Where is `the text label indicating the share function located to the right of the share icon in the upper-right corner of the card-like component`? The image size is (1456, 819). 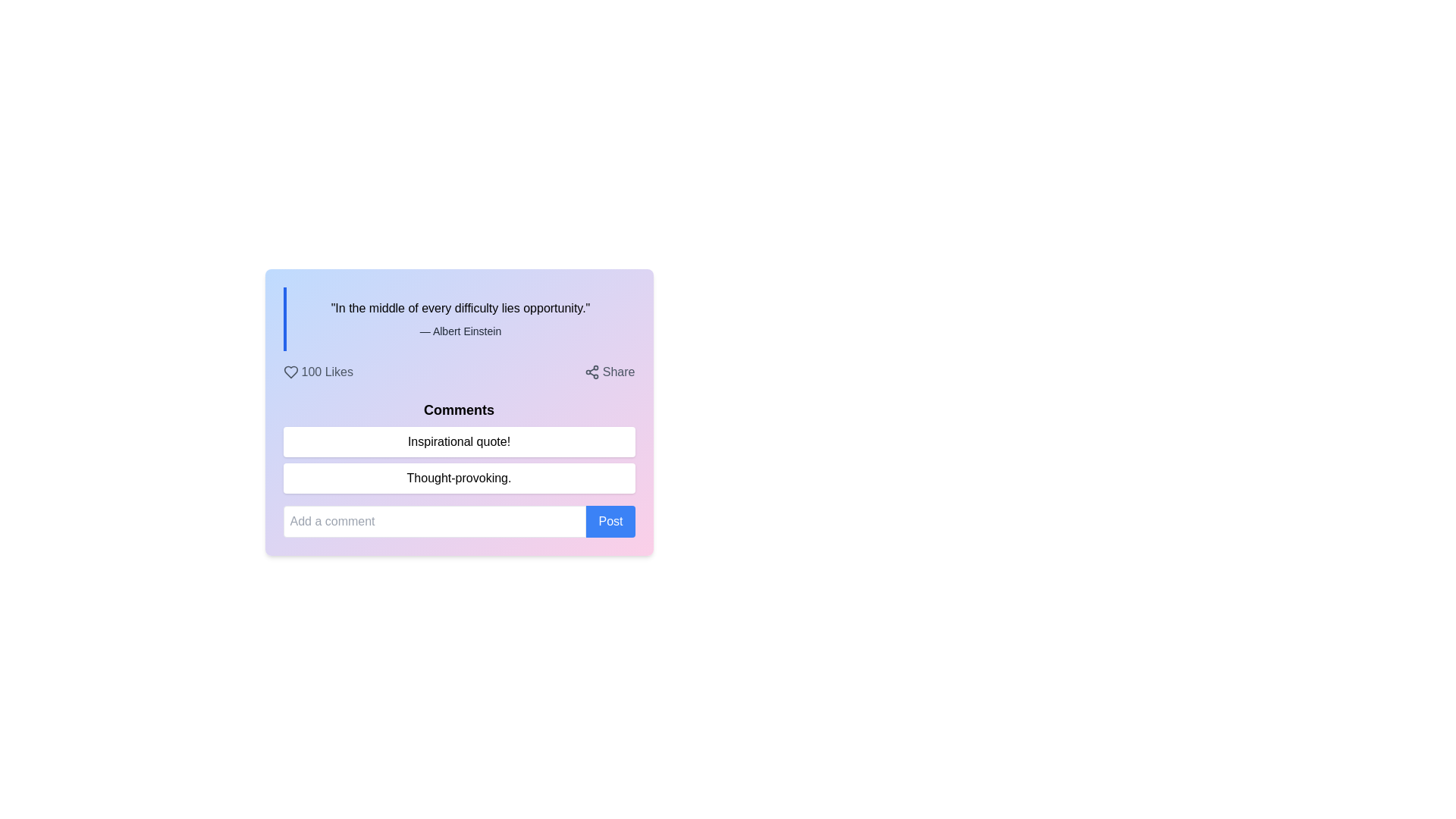
the text label indicating the share function located to the right of the share icon in the upper-right corner of the card-like component is located at coordinates (619, 372).